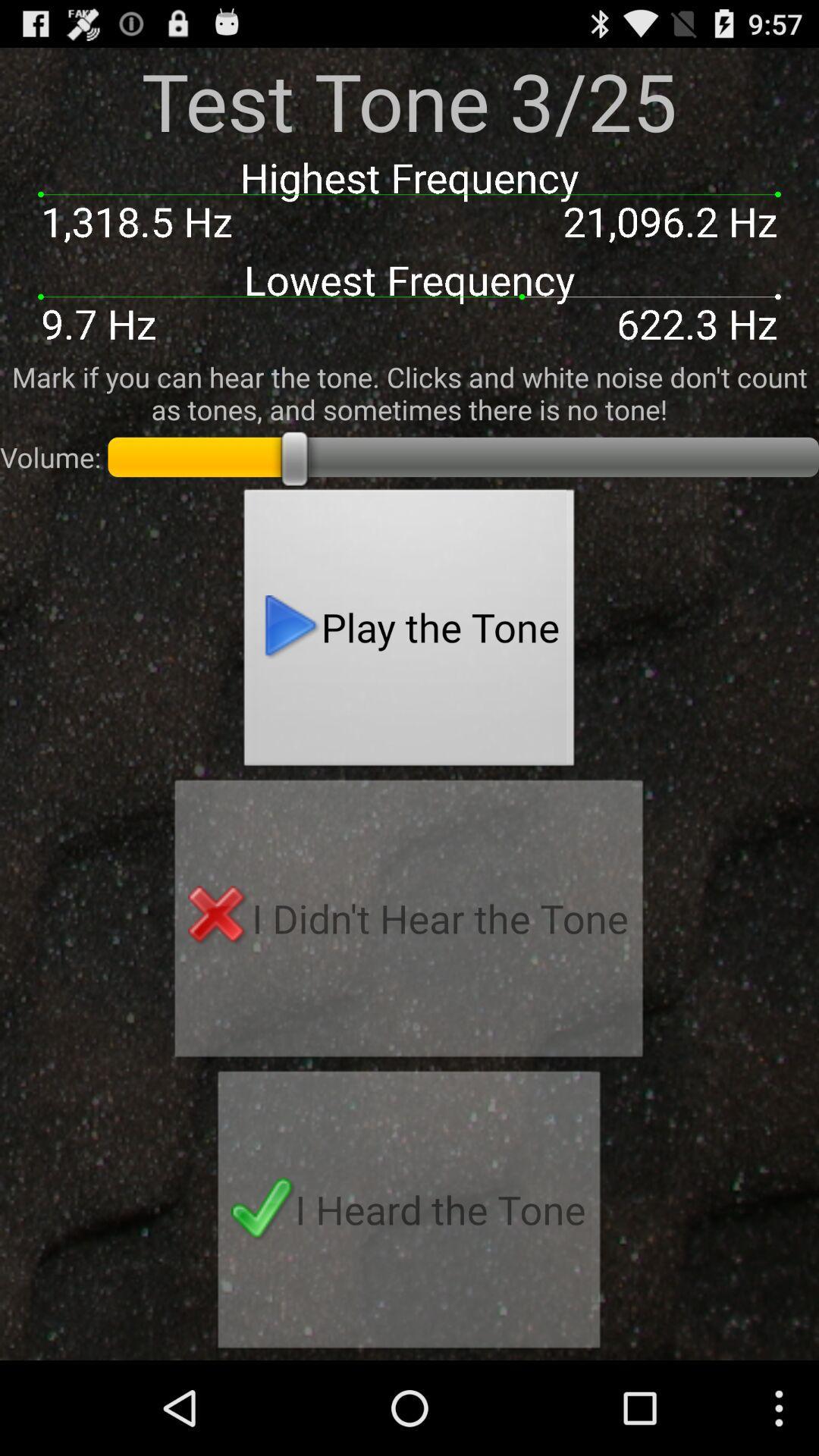 The image size is (819, 1456). What do you see at coordinates (408, 922) in the screenshot?
I see `the icon above i heard the icon` at bounding box center [408, 922].